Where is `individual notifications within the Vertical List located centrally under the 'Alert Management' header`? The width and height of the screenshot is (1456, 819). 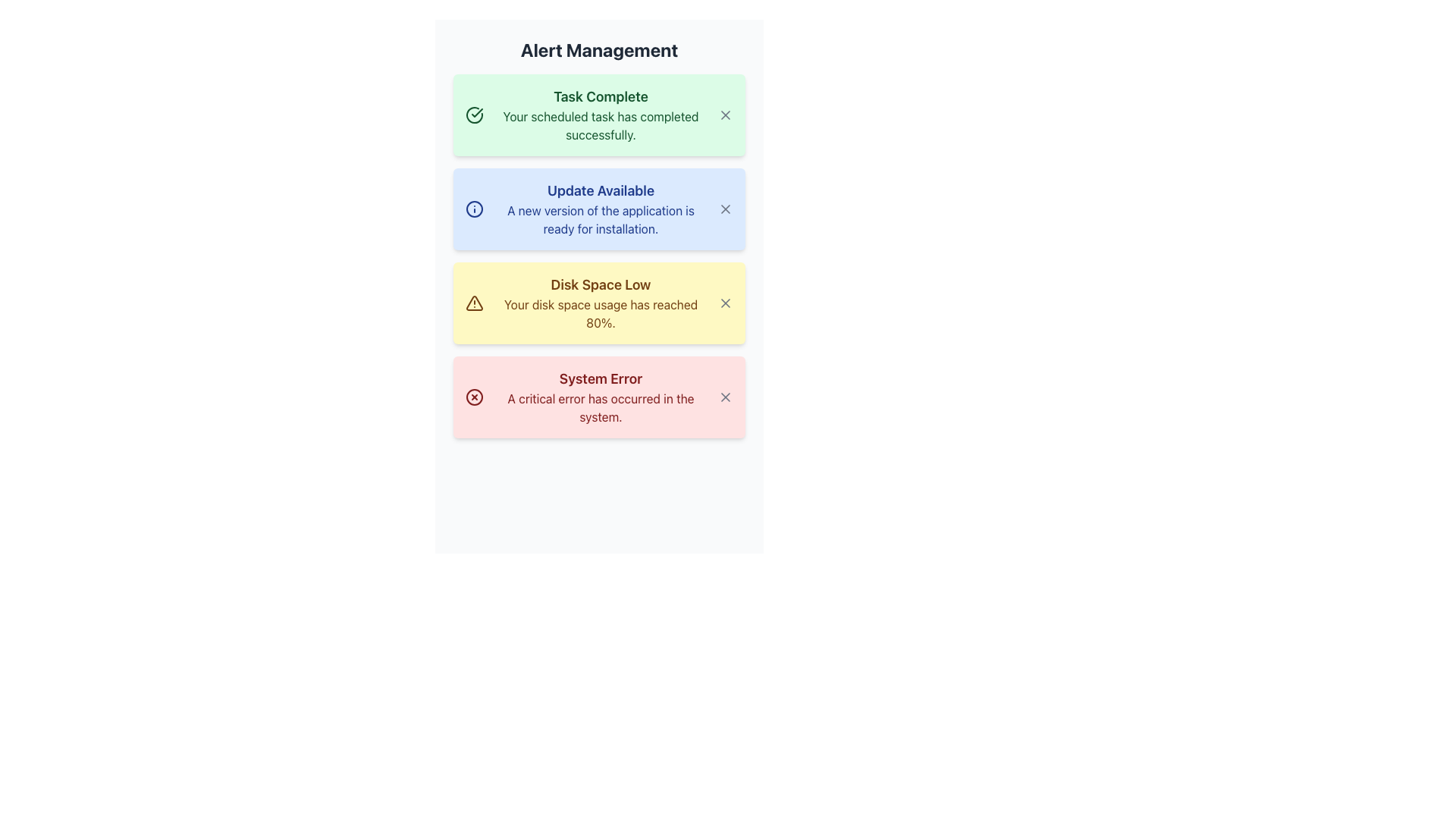
individual notifications within the Vertical List located centrally under the 'Alert Management' header is located at coordinates (598, 256).